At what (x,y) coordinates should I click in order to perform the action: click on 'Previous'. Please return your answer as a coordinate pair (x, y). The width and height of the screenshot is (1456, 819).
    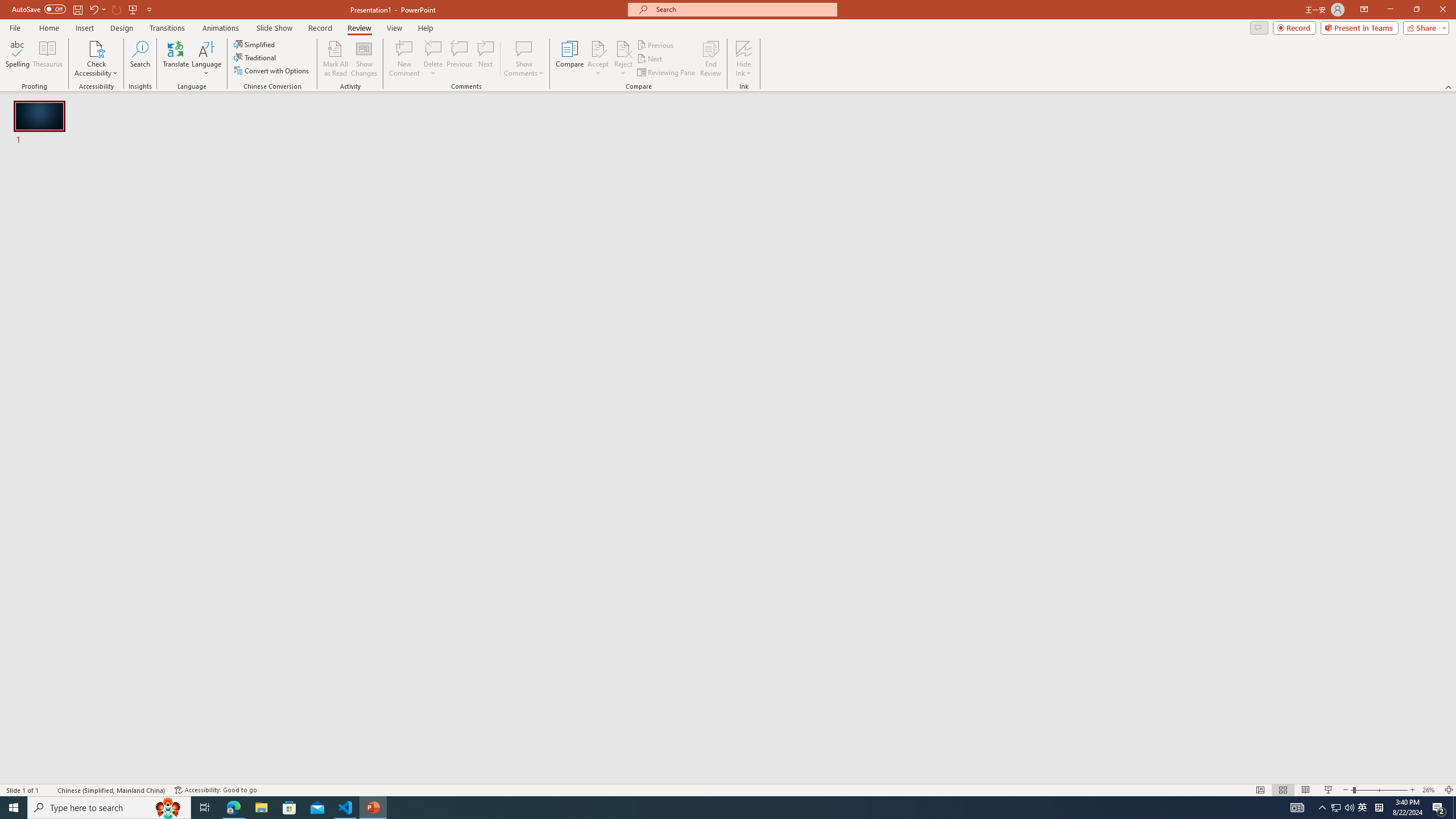
    Looking at the image, I should click on (656, 44).